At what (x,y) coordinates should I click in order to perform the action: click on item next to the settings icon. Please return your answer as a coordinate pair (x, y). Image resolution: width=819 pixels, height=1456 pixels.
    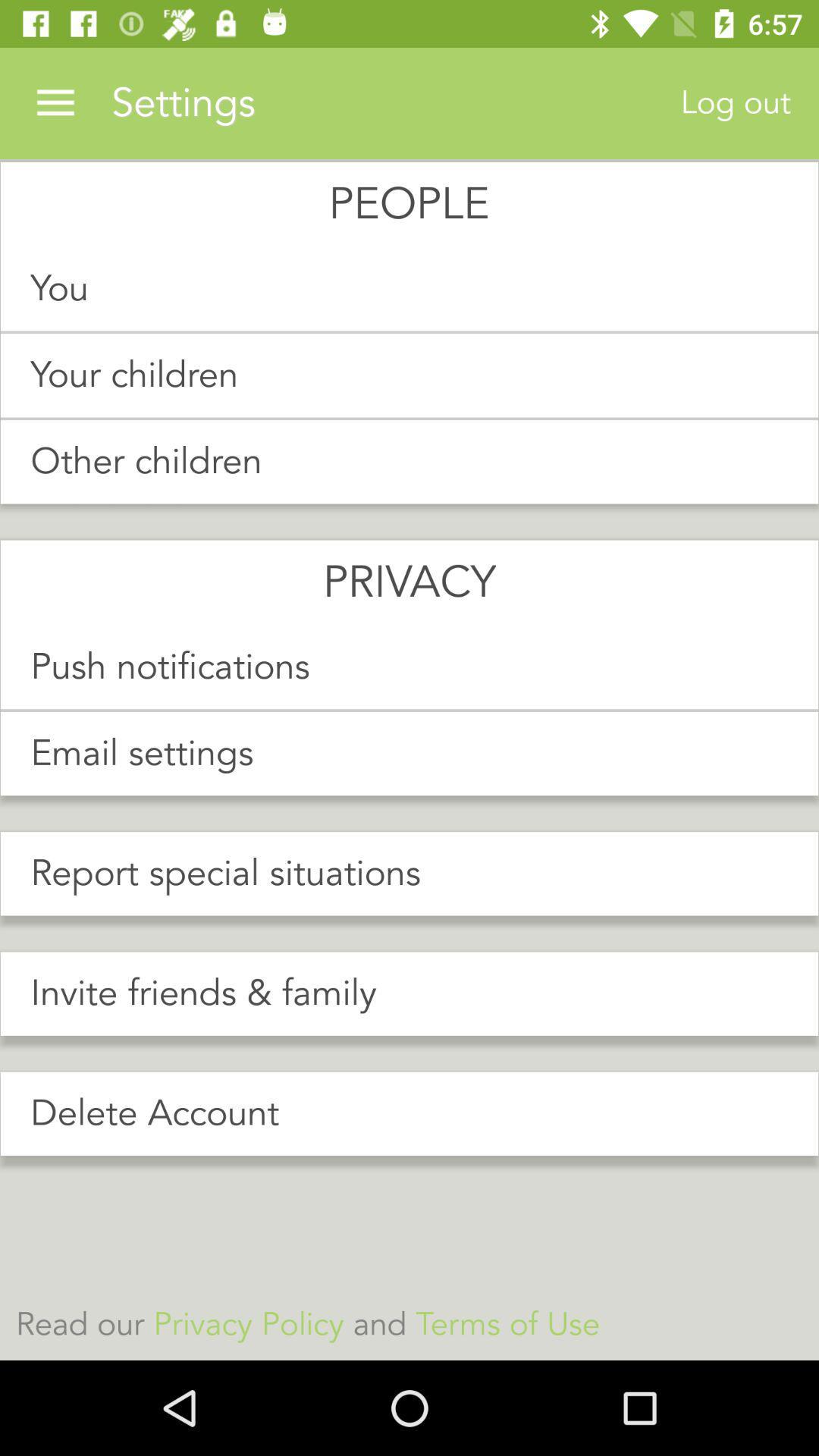
    Looking at the image, I should click on (55, 102).